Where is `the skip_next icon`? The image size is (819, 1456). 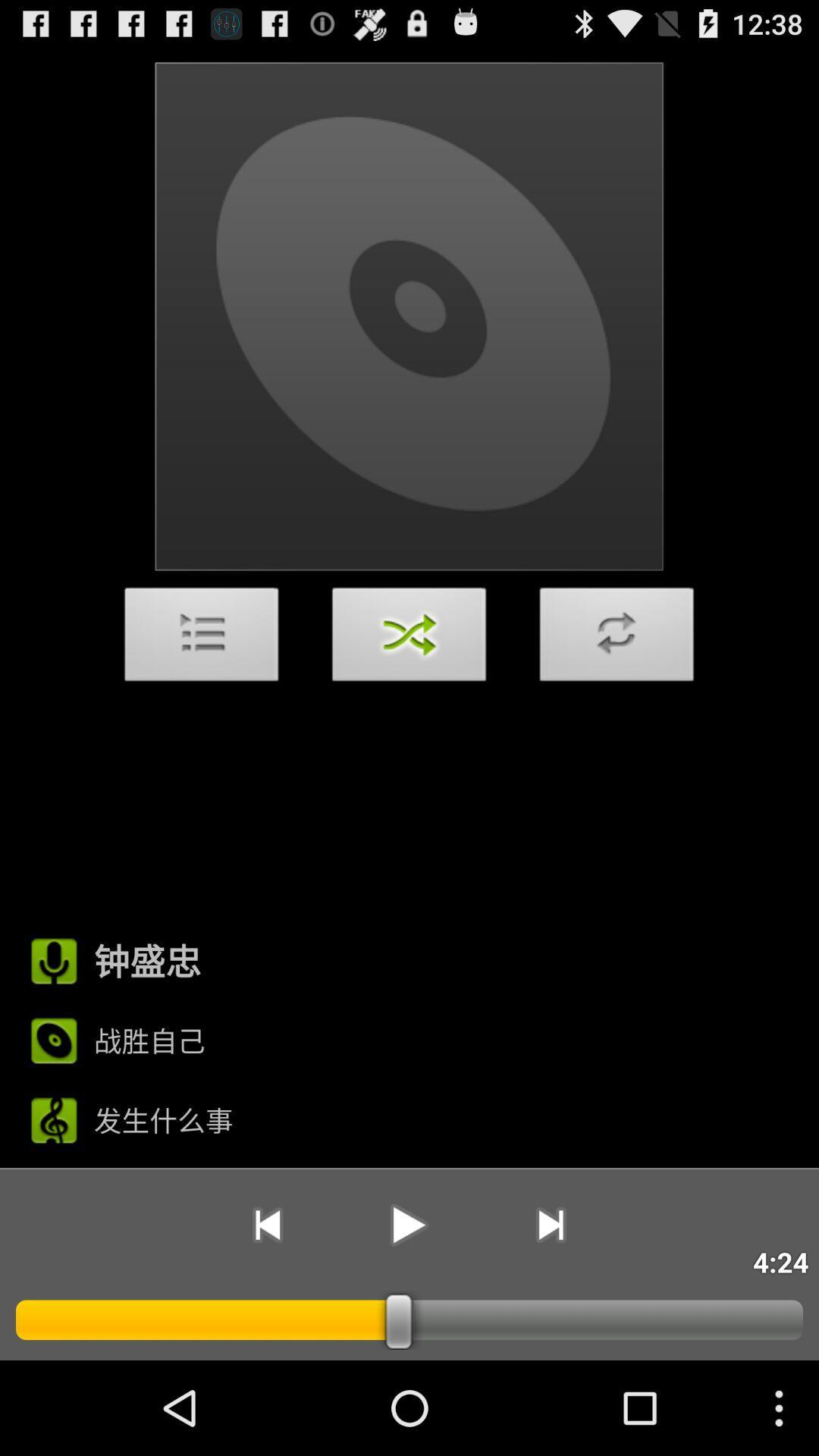 the skip_next icon is located at coordinates (551, 1310).